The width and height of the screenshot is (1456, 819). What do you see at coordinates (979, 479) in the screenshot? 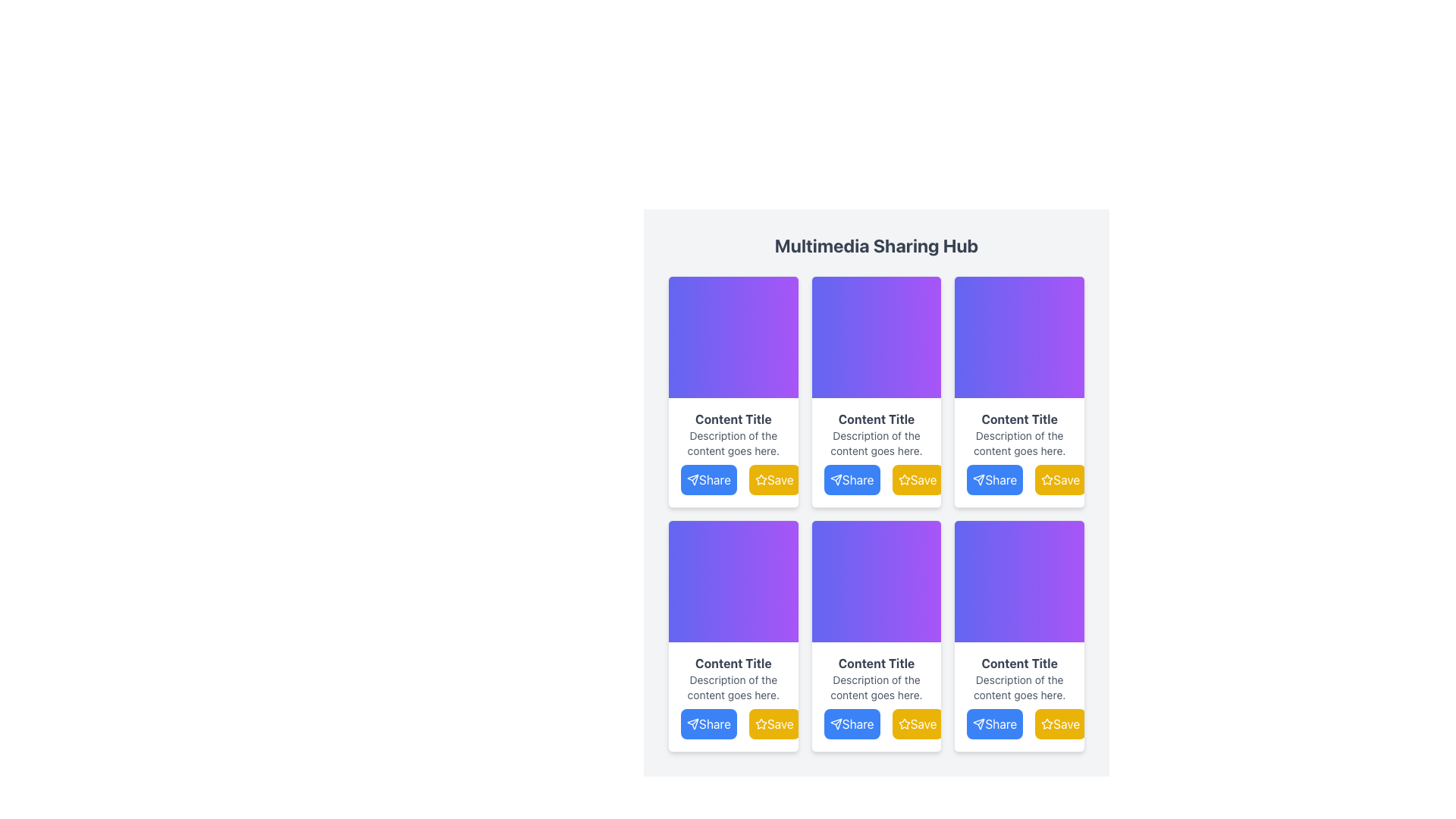
I see `the small blue paper plane icon within the 'Share' button located below the third content card in the grid layout` at bounding box center [979, 479].